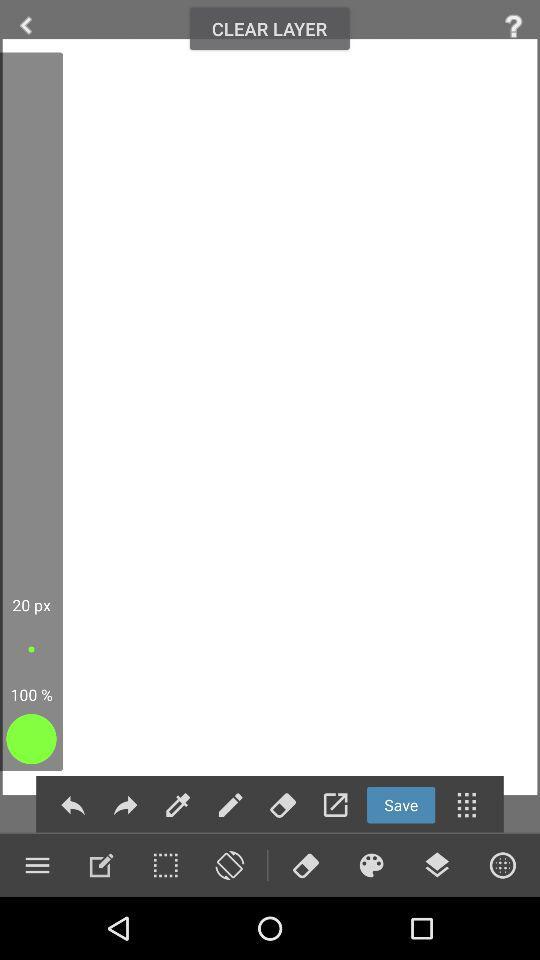 The image size is (540, 960). Describe the element at coordinates (37, 864) in the screenshot. I see `menu` at that location.